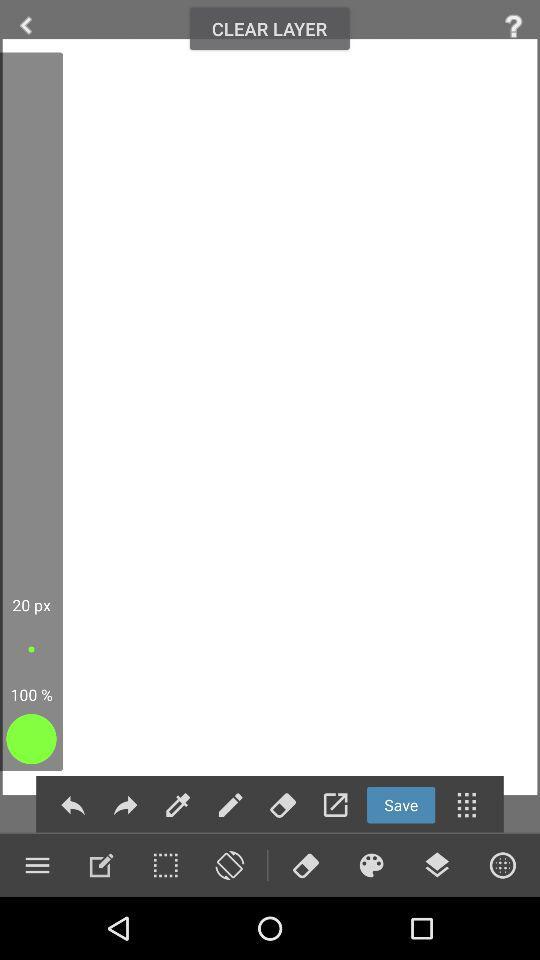 The image size is (540, 960). Describe the element at coordinates (37, 864) in the screenshot. I see `menu` at that location.